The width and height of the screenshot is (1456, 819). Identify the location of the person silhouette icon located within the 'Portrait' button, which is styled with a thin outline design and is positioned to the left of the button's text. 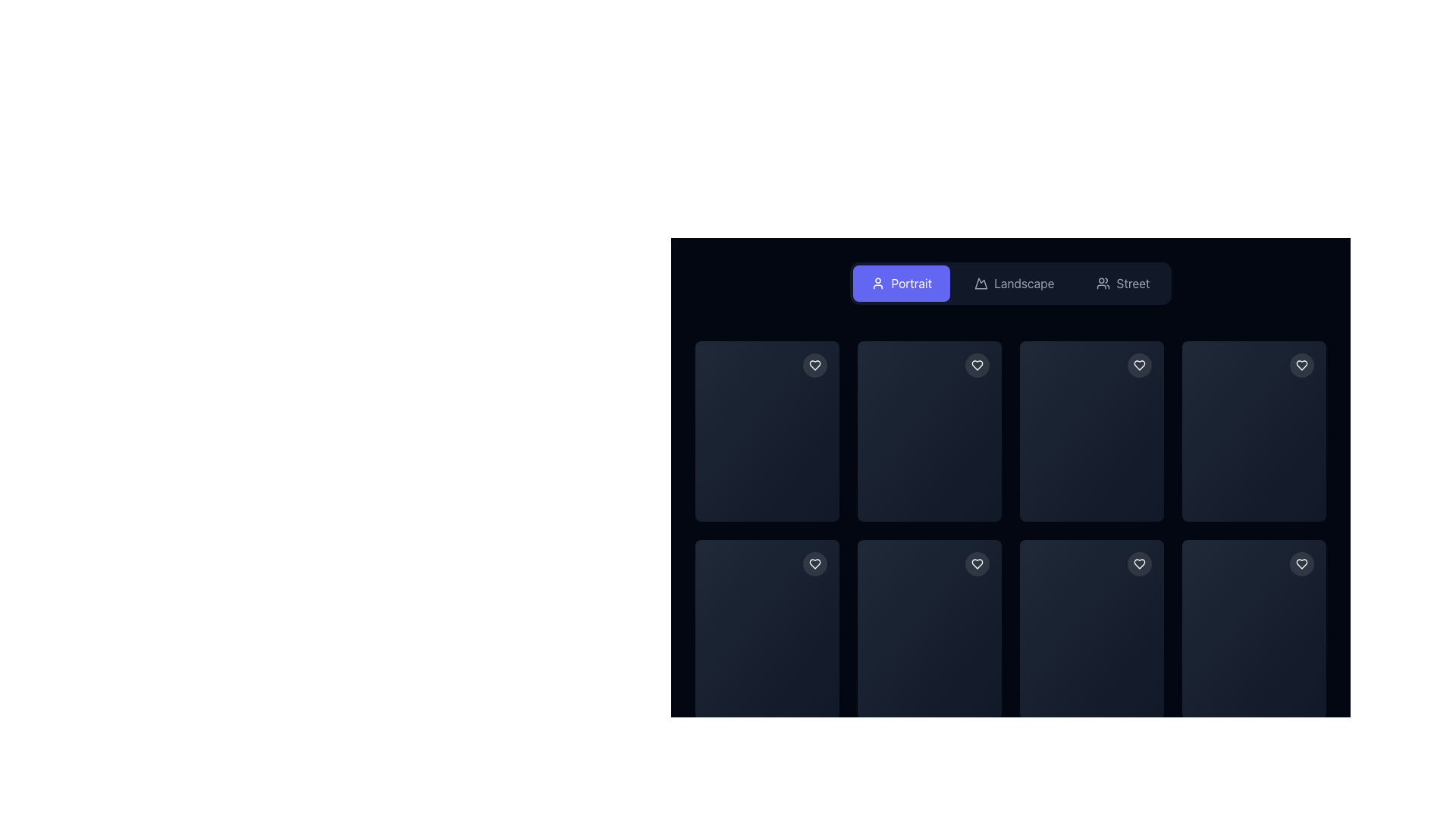
(878, 284).